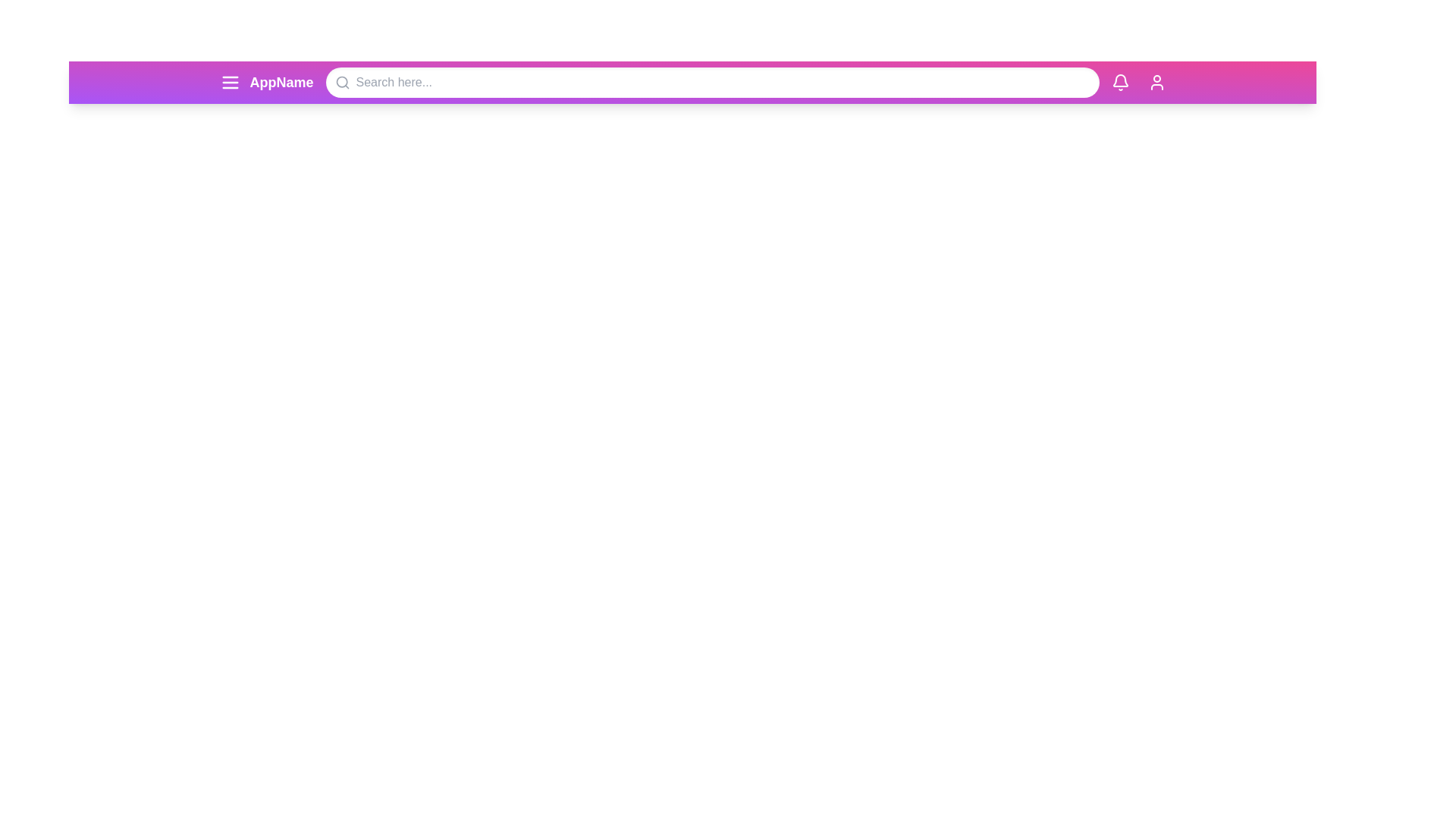 Image resolution: width=1456 pixels, height=819 pixels. What do you see at coordinates (1120, 82) in the screenshot?
I see `the notification icon` at bounding box center [1120, 82].